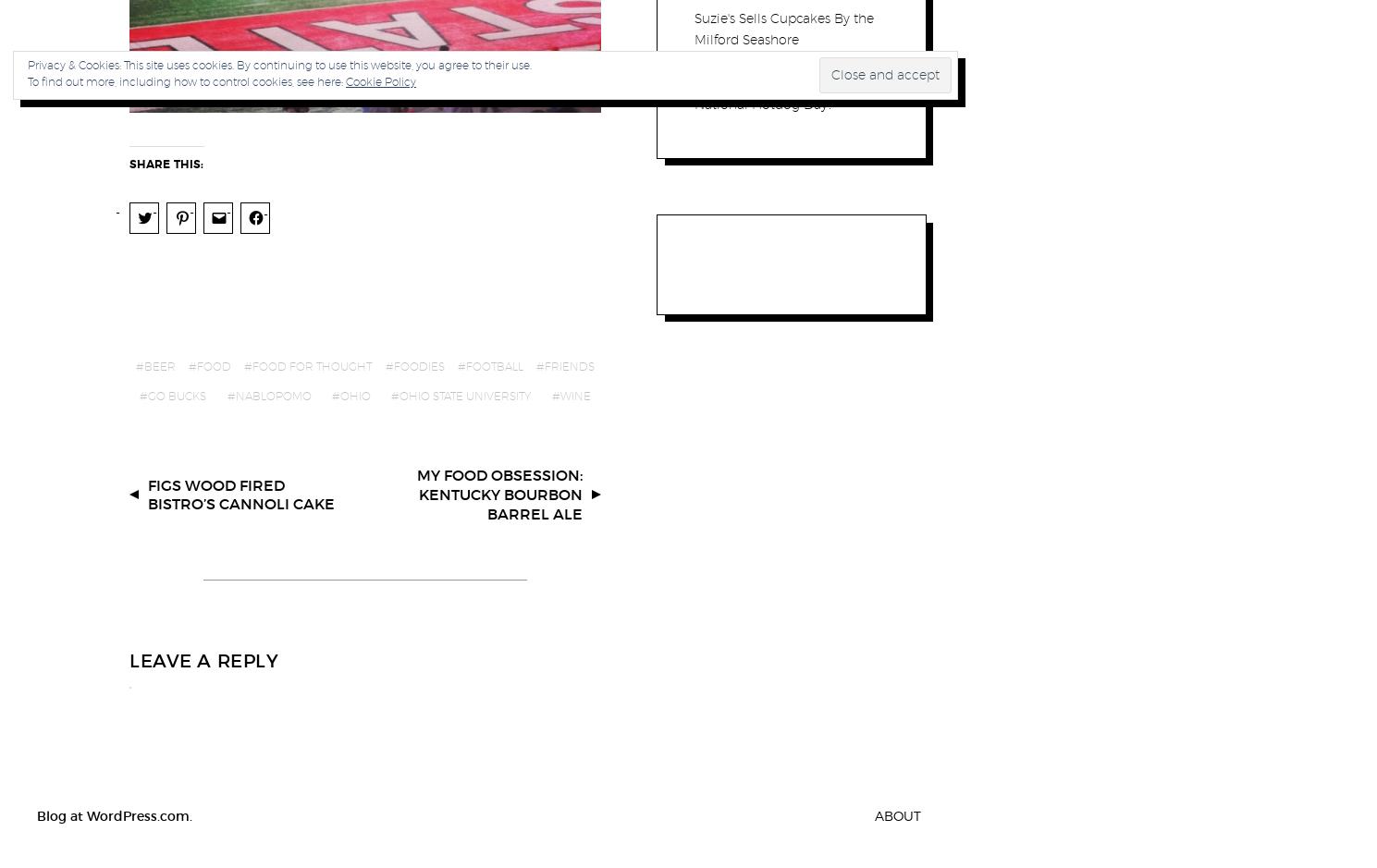 The height and width of the screenshot is (868, 1377). Describe the element at coordinates (187, 81) in the screenshot. I see `'To find out more, including how to control cookies, see here:'` at that location.